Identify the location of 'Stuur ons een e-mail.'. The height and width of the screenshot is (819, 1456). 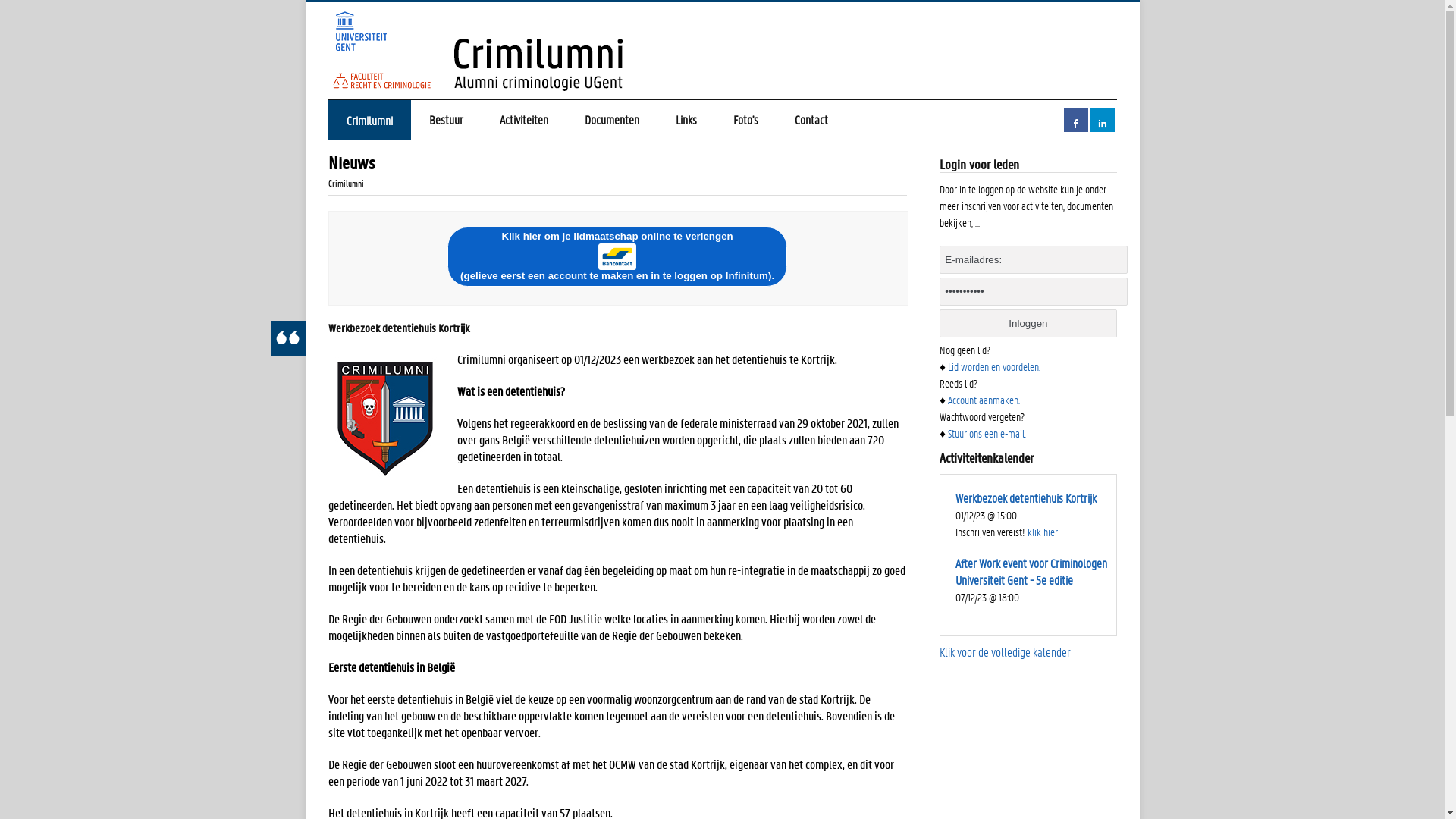
(987, 432).